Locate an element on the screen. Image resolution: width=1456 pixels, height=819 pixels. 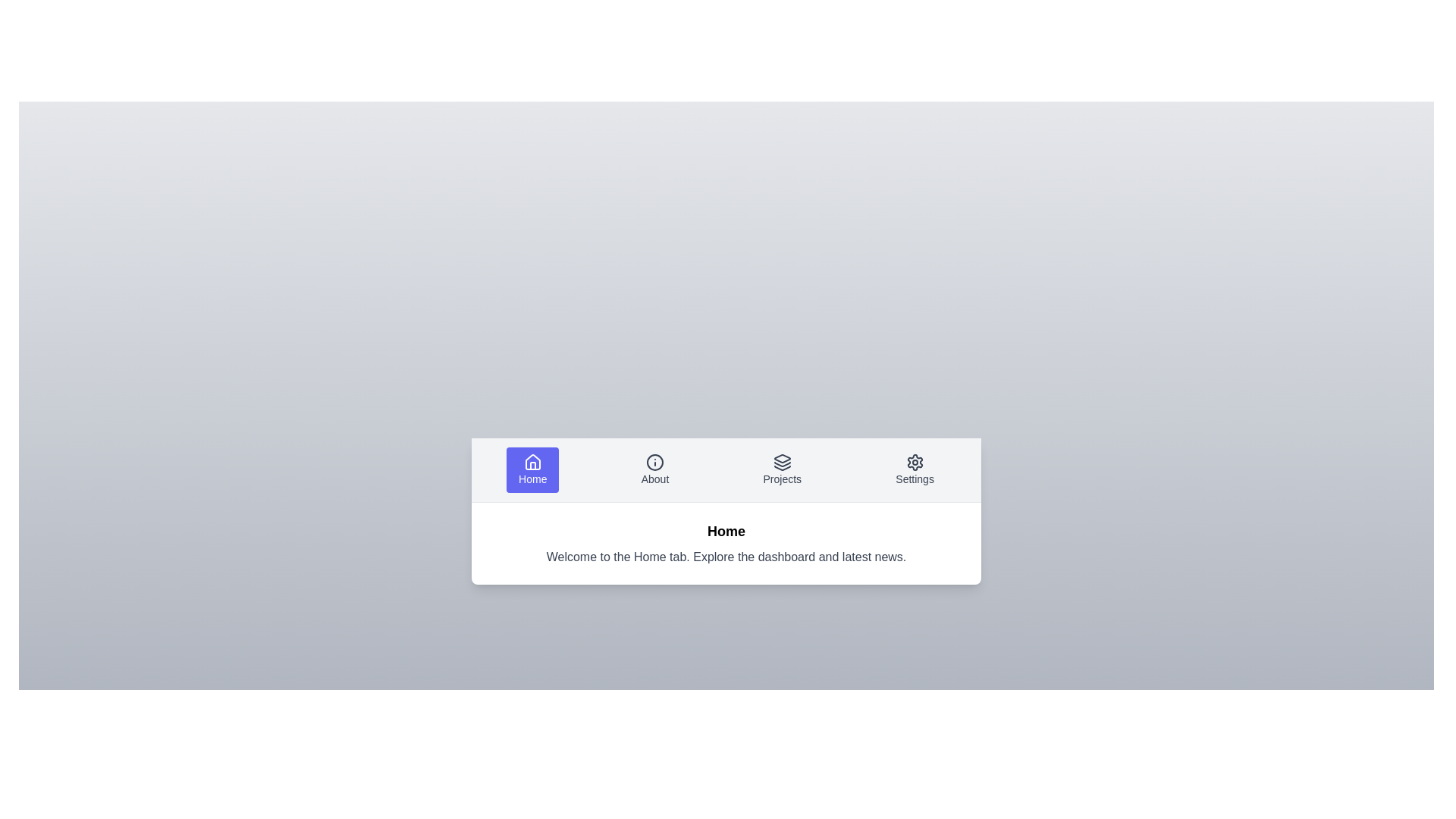
the tab labeled About to inspect its layout and content is located at coordinates (654, 468).